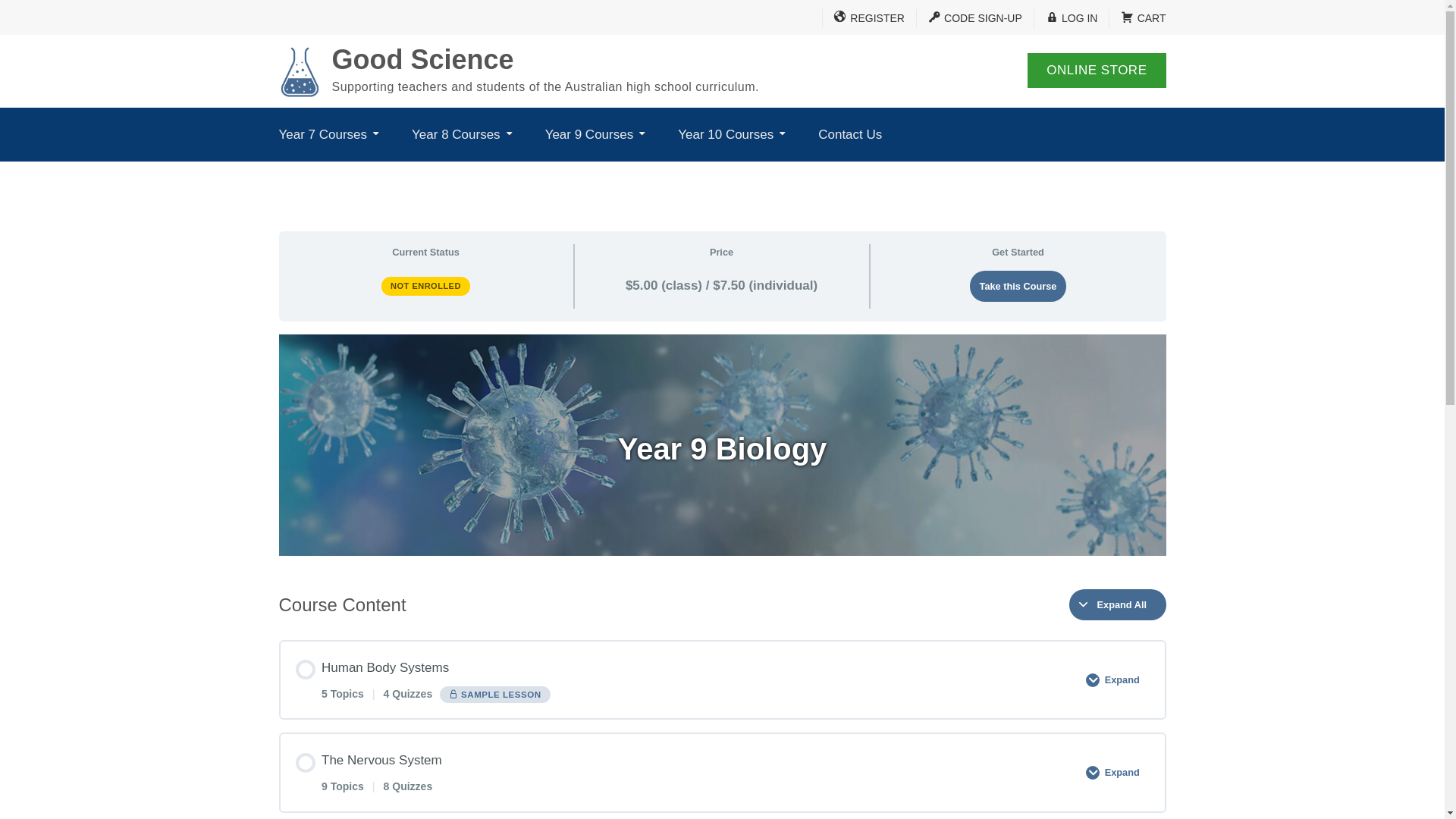 This screenshot has width=1456, height=819. I want to click on 'LOG IN', so click(1065, 18).